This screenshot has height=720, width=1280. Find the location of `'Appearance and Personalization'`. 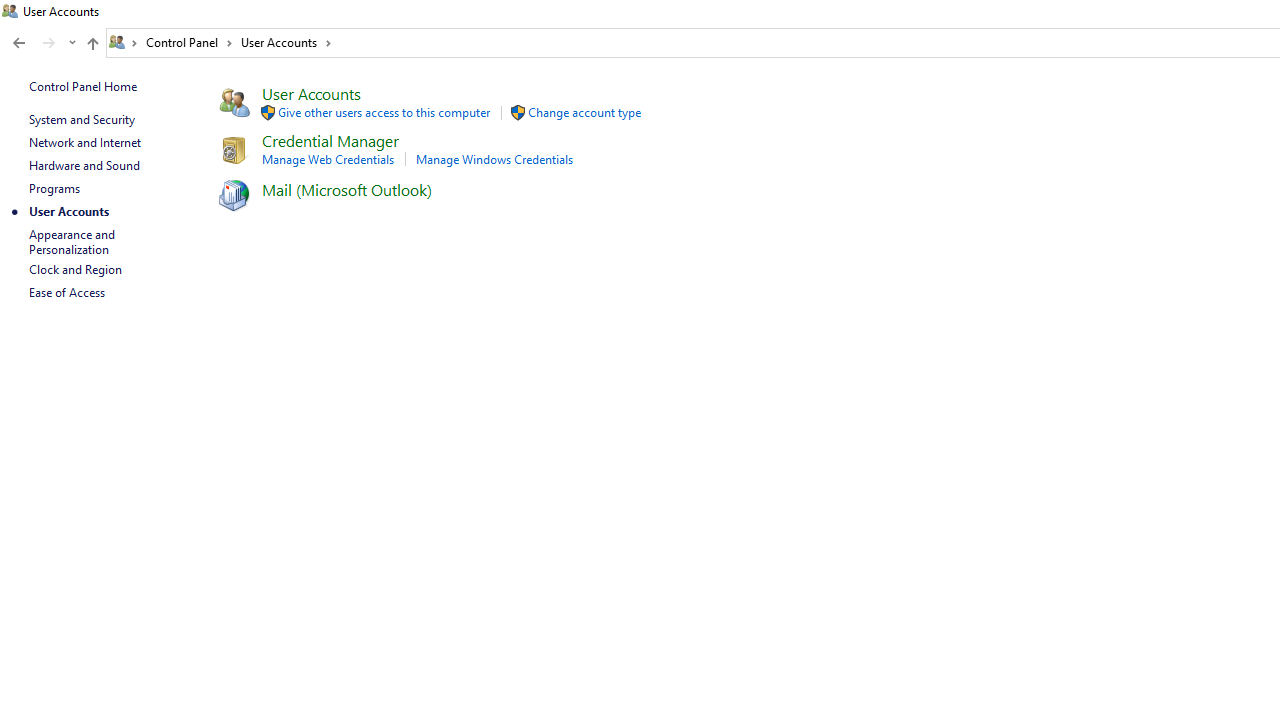

'Appearance and Personalization' is located at coordinates (73, 240).